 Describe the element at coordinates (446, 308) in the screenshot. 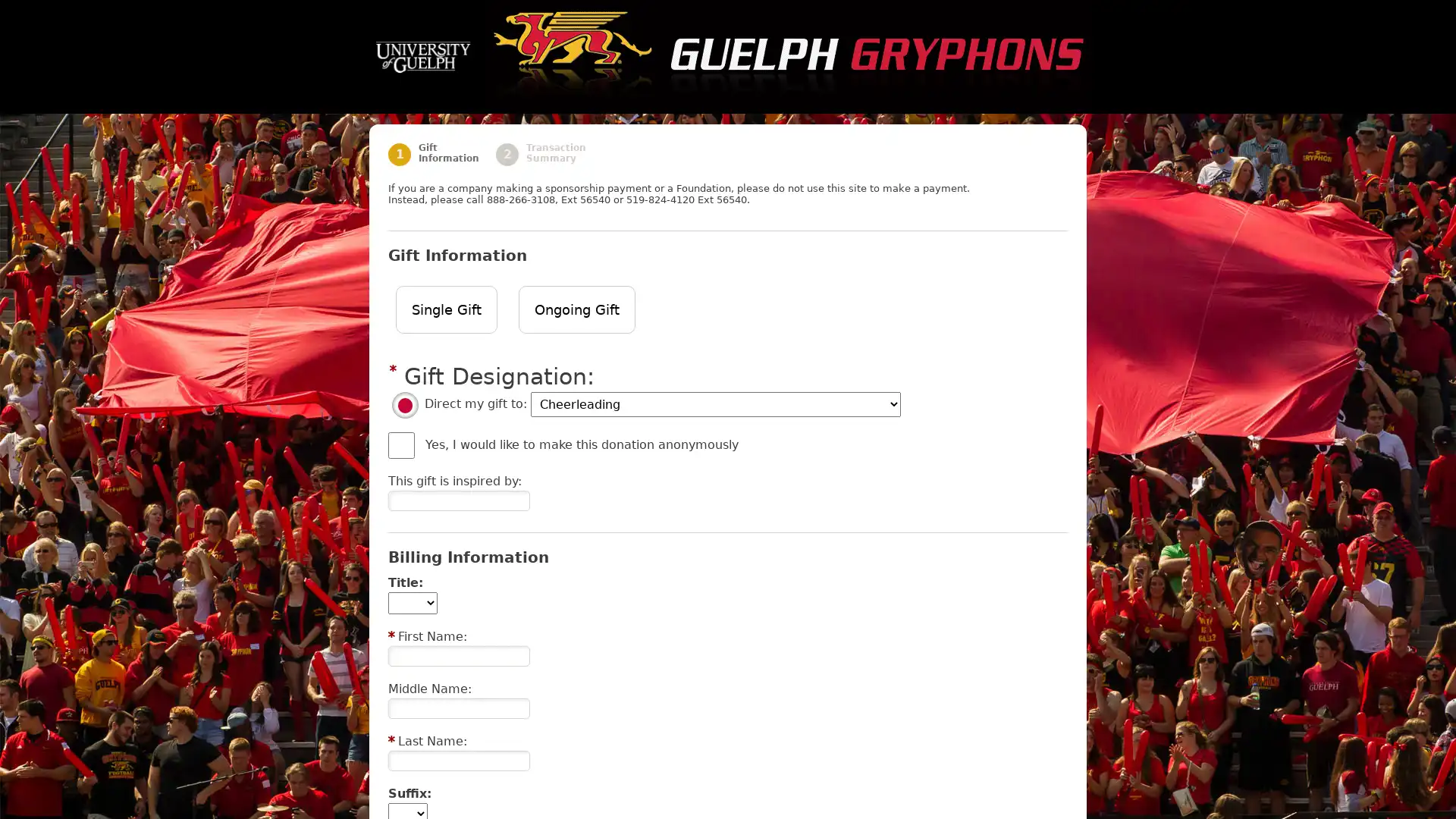

I see `Single Gift` at that location.